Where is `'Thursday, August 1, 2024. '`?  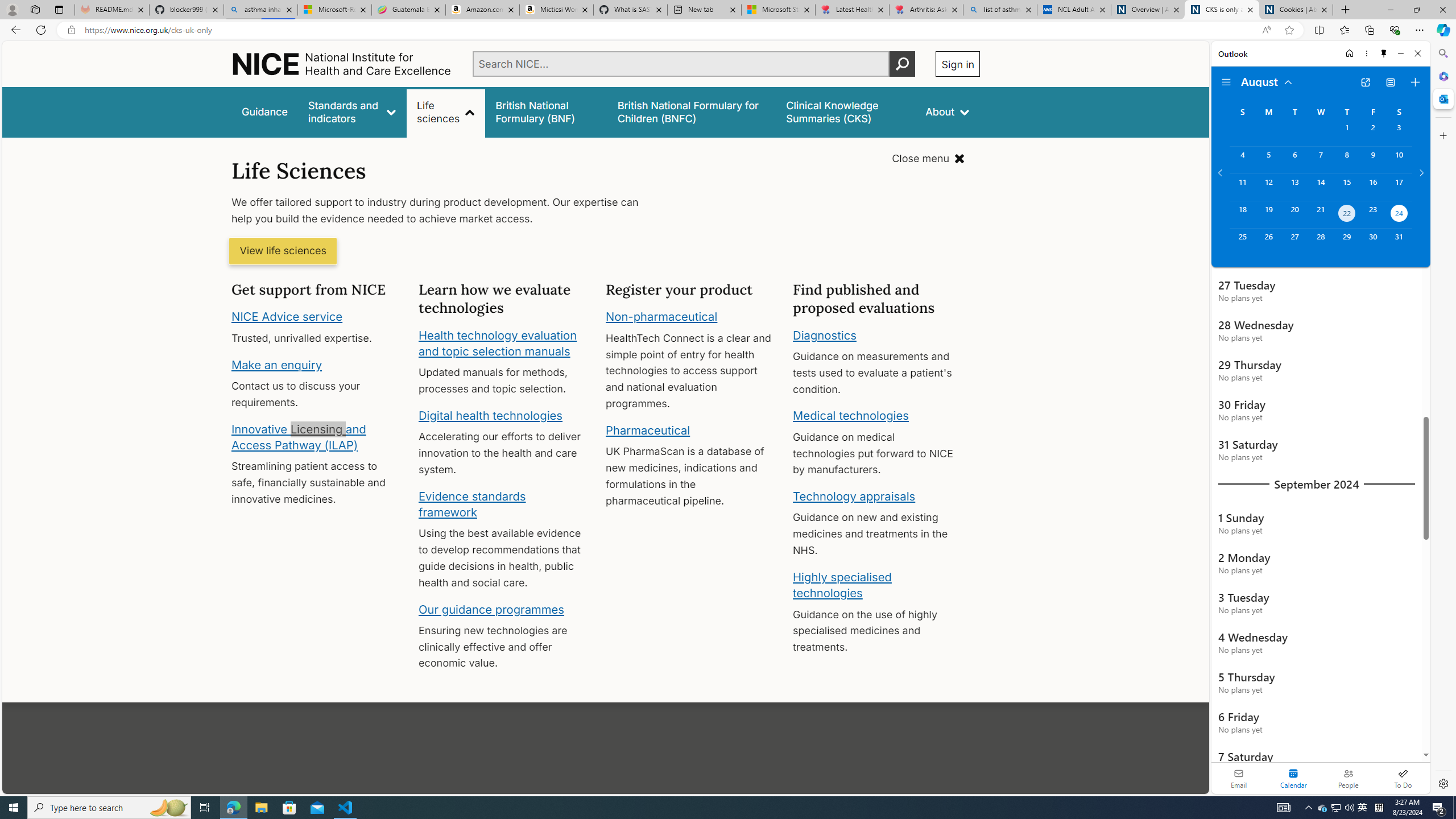 'Thursday, August 1, 2024. ' is located at coordinates (1347, 133).